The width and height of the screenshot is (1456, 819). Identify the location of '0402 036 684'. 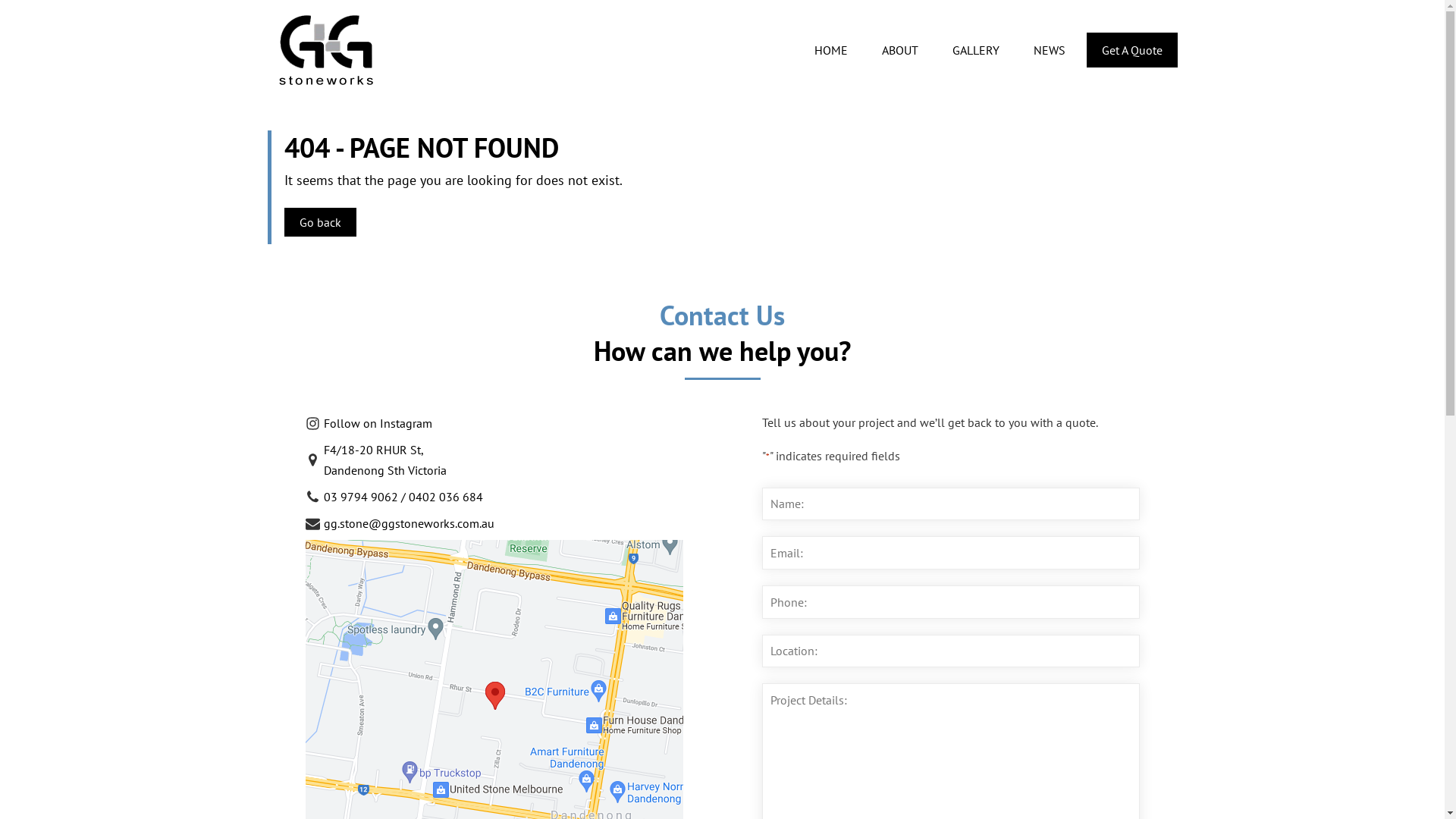
(407, 497).